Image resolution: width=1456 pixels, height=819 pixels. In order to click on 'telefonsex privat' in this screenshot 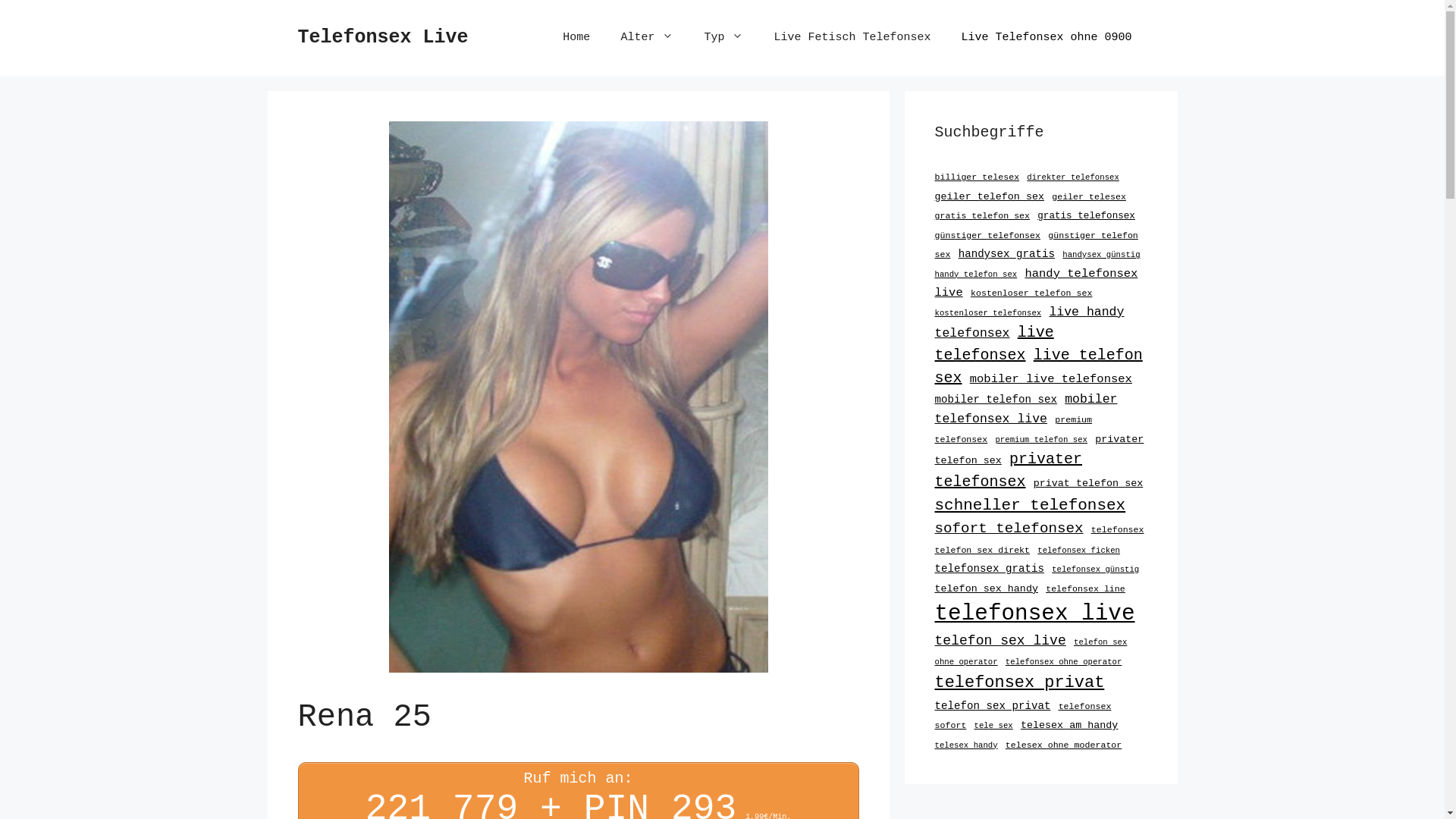, I will do `click(1019, 682)`.